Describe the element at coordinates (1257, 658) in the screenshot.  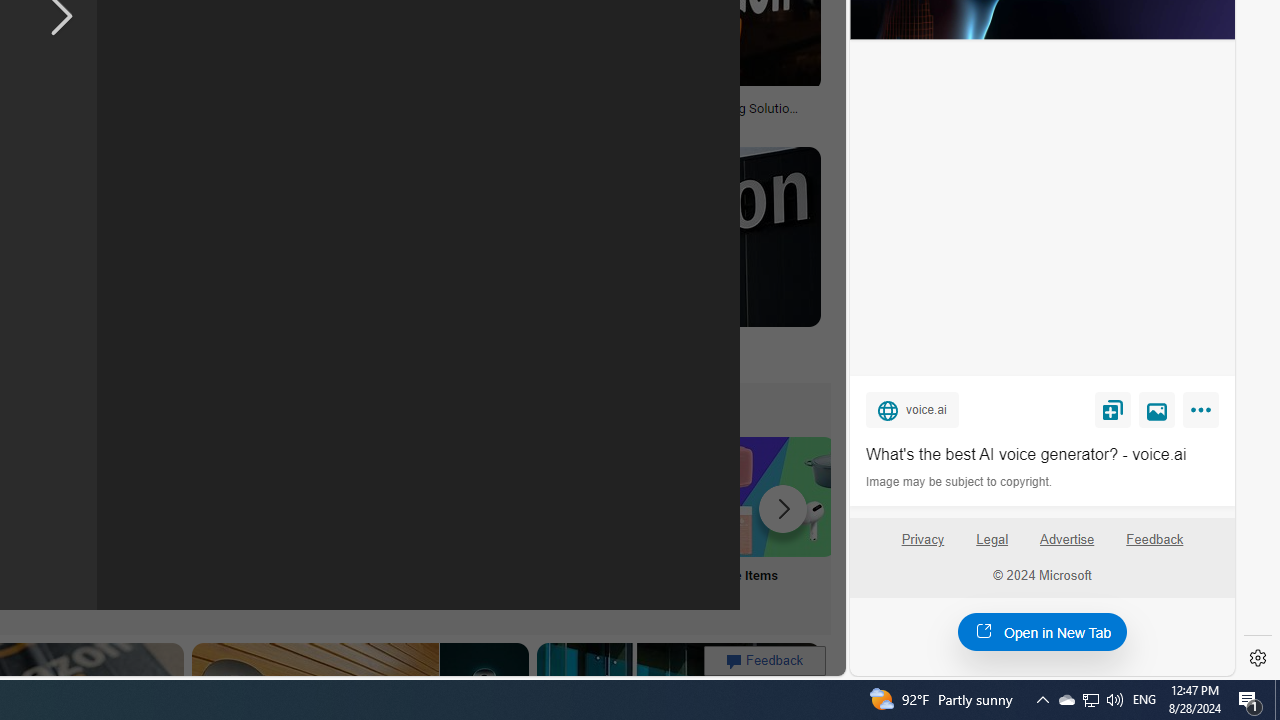
I see `'Settings'` at that location.